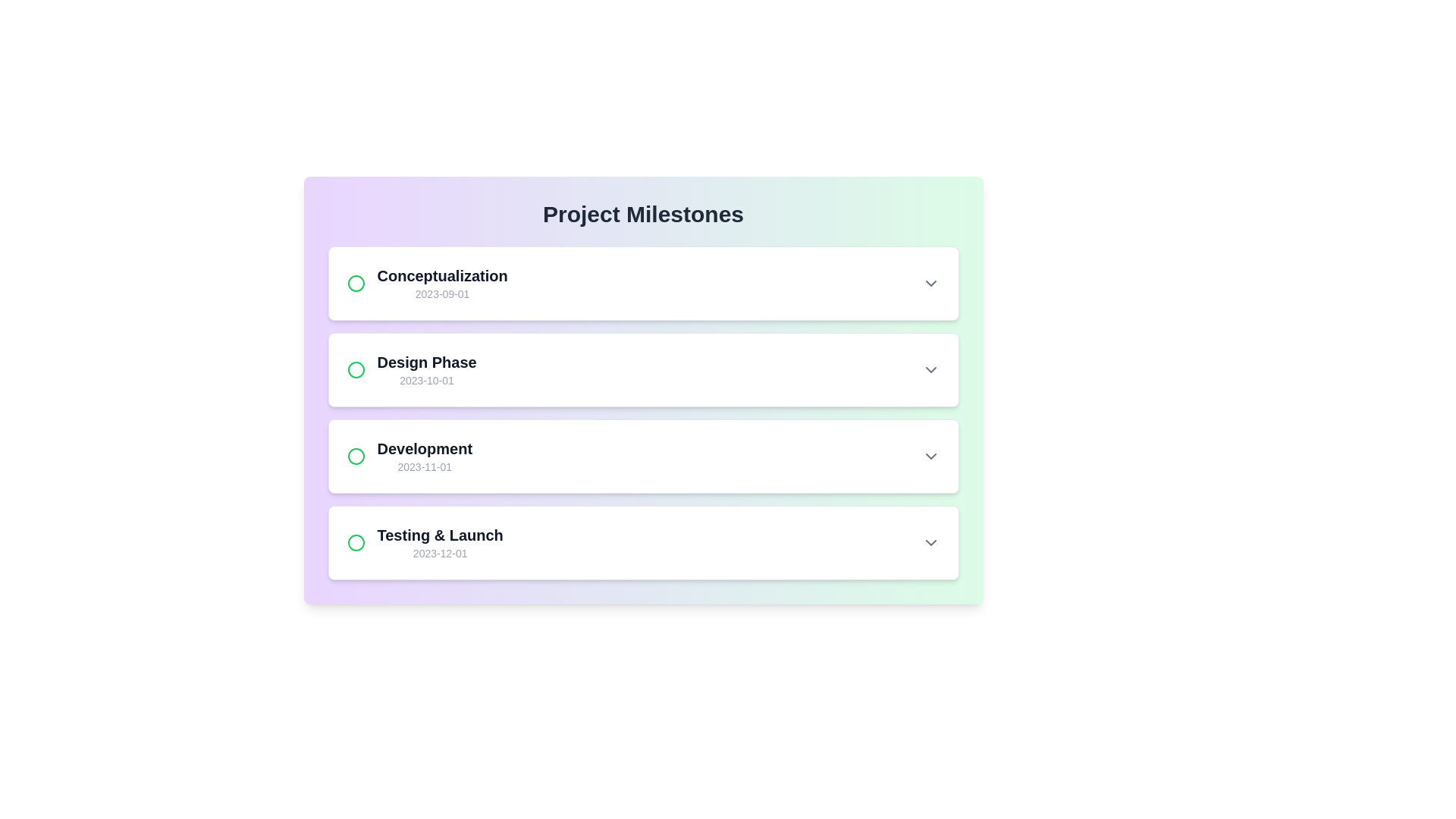  I want to click on the Circular vector graphic element representing the milestone status indicator for the 'Testing & Launch' item in the project milestones list, so click(355, 542).